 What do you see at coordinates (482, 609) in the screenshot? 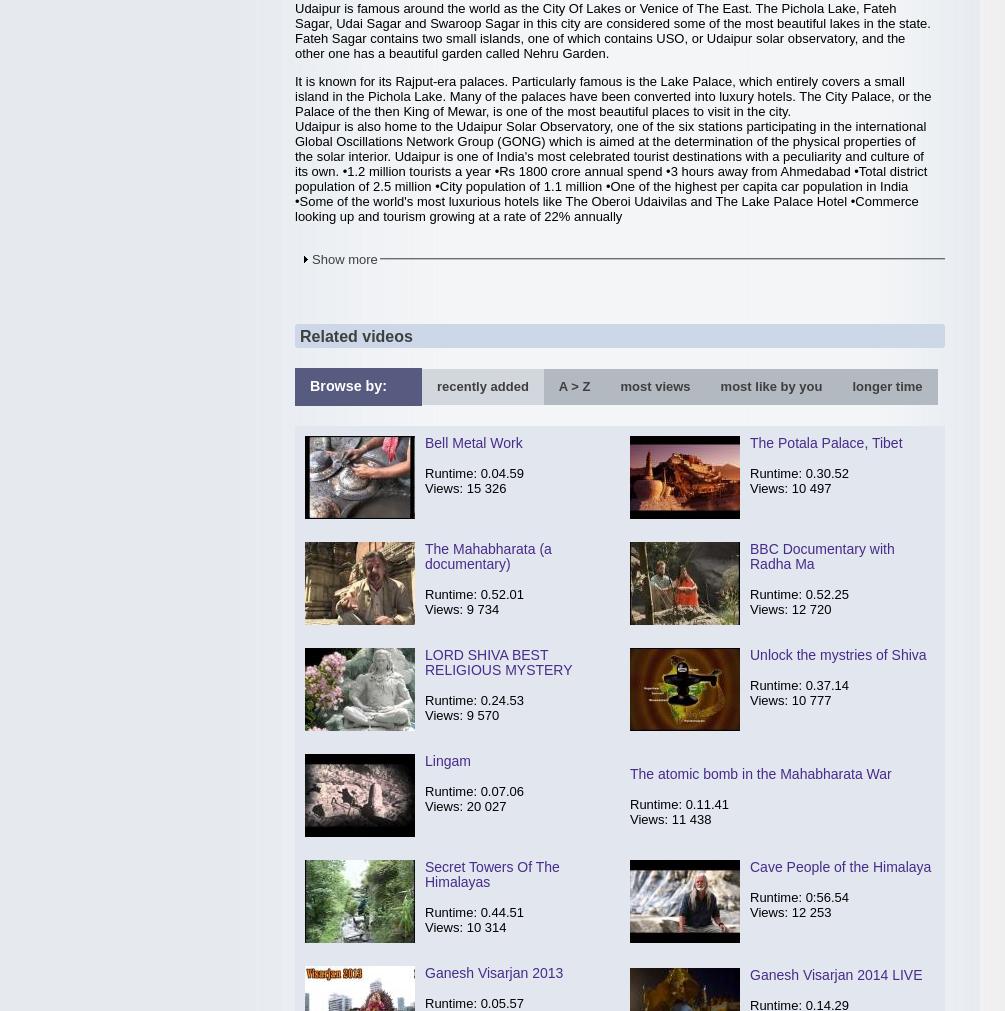
I see `'9 734'` at bounding box center [482, 609].